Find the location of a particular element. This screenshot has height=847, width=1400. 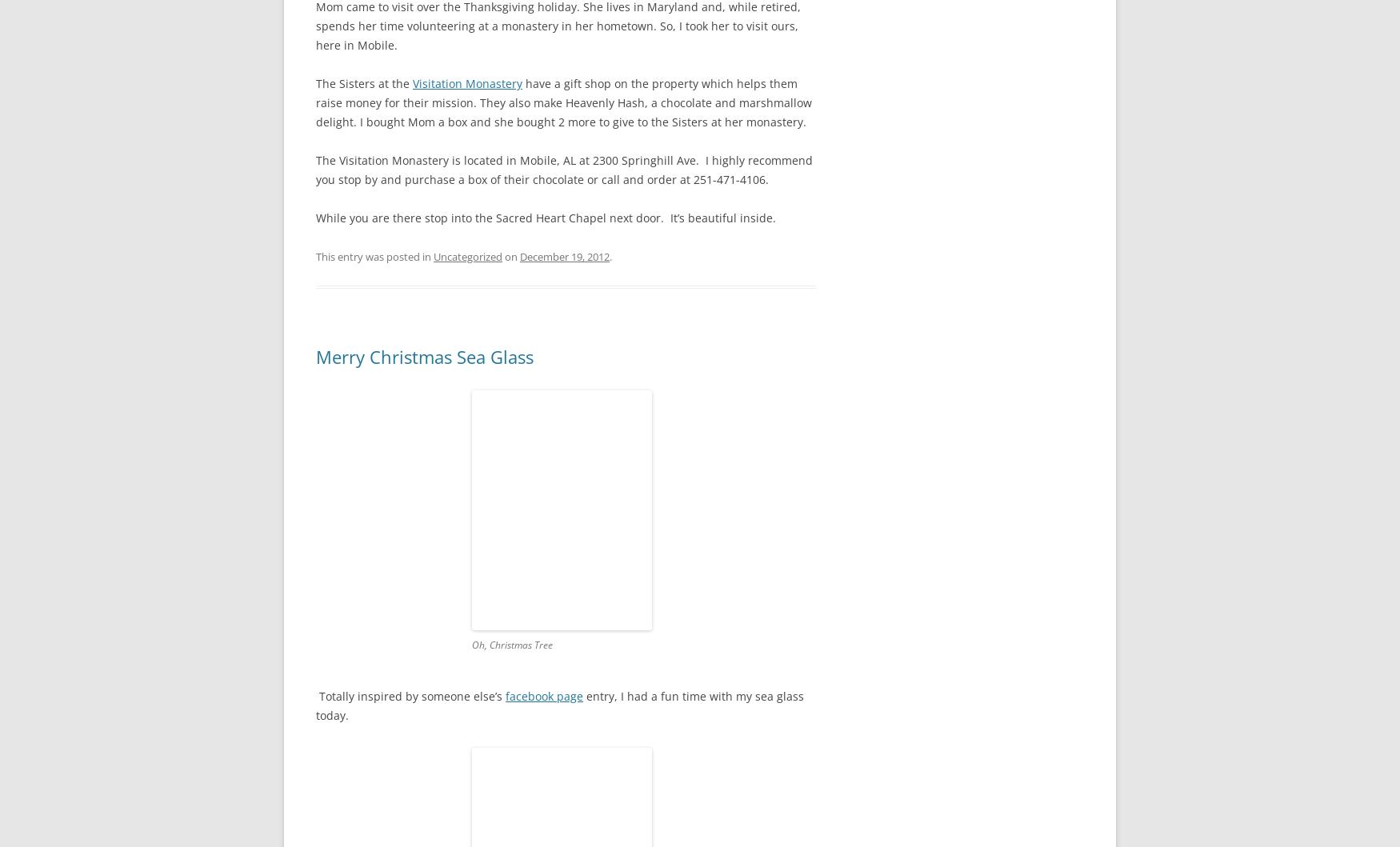

'Oh, Christmas Tree' is located at coordinates (510, 643).